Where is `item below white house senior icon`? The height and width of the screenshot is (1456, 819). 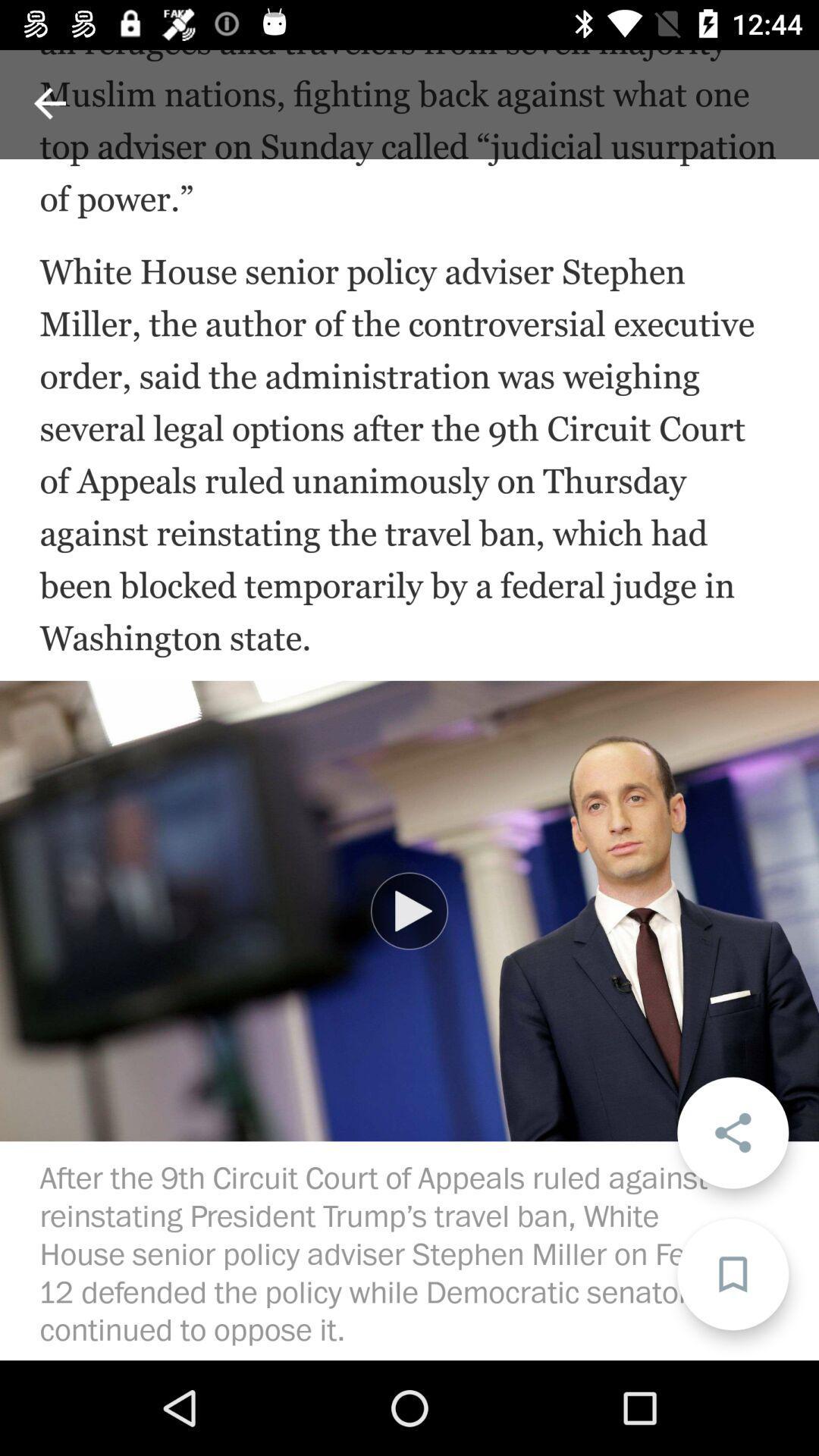 item below white house senior icon is located at coordinates (732, 1132).